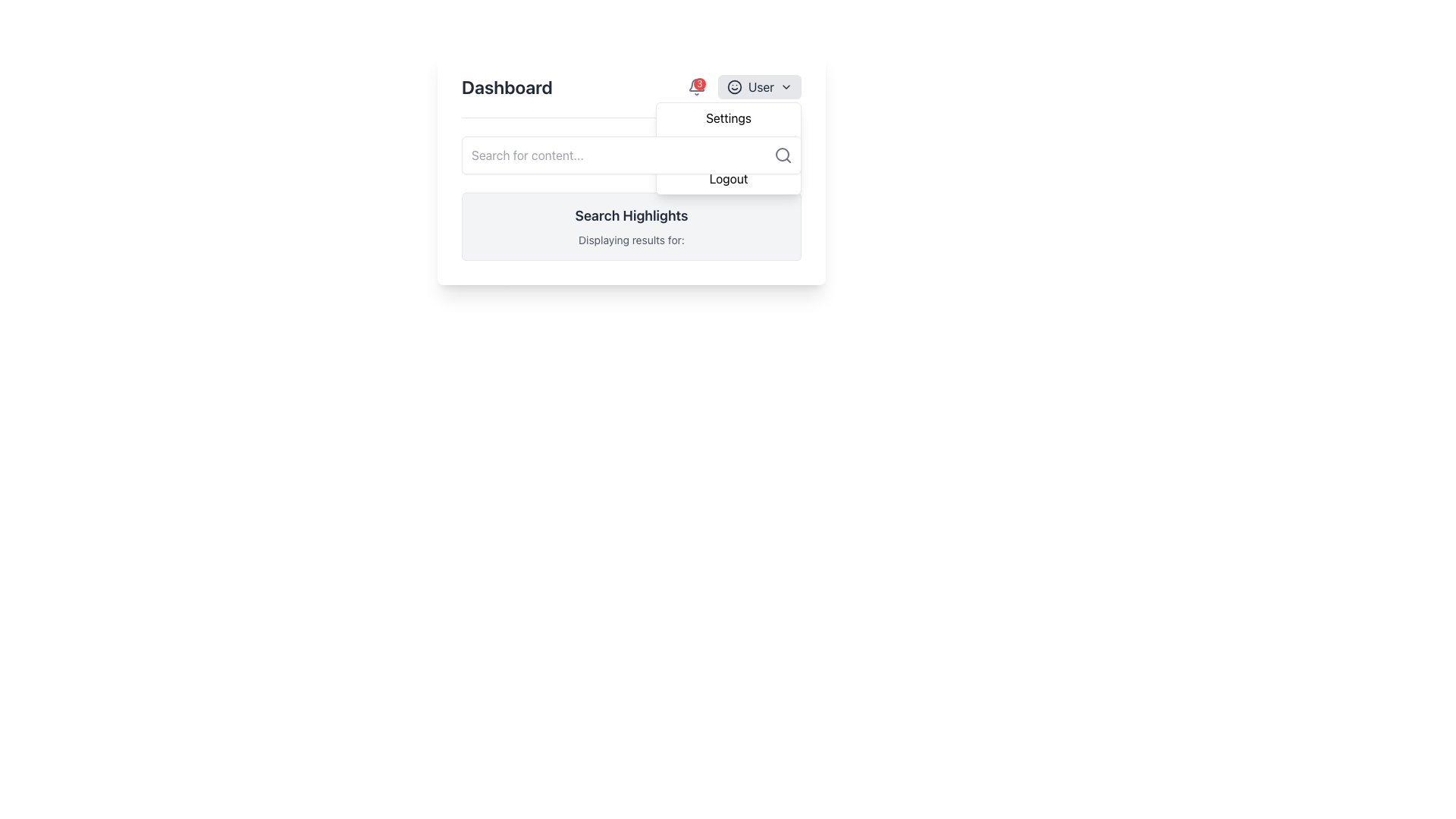 Image resolution: width=1456 pixels, height=819 pixels. Describe the element at coordinates (783, 155) in the screenshot. I see `the search icon represented by a magnifying glass symbol, which is located at the rightmost position of the search input box` at that location.